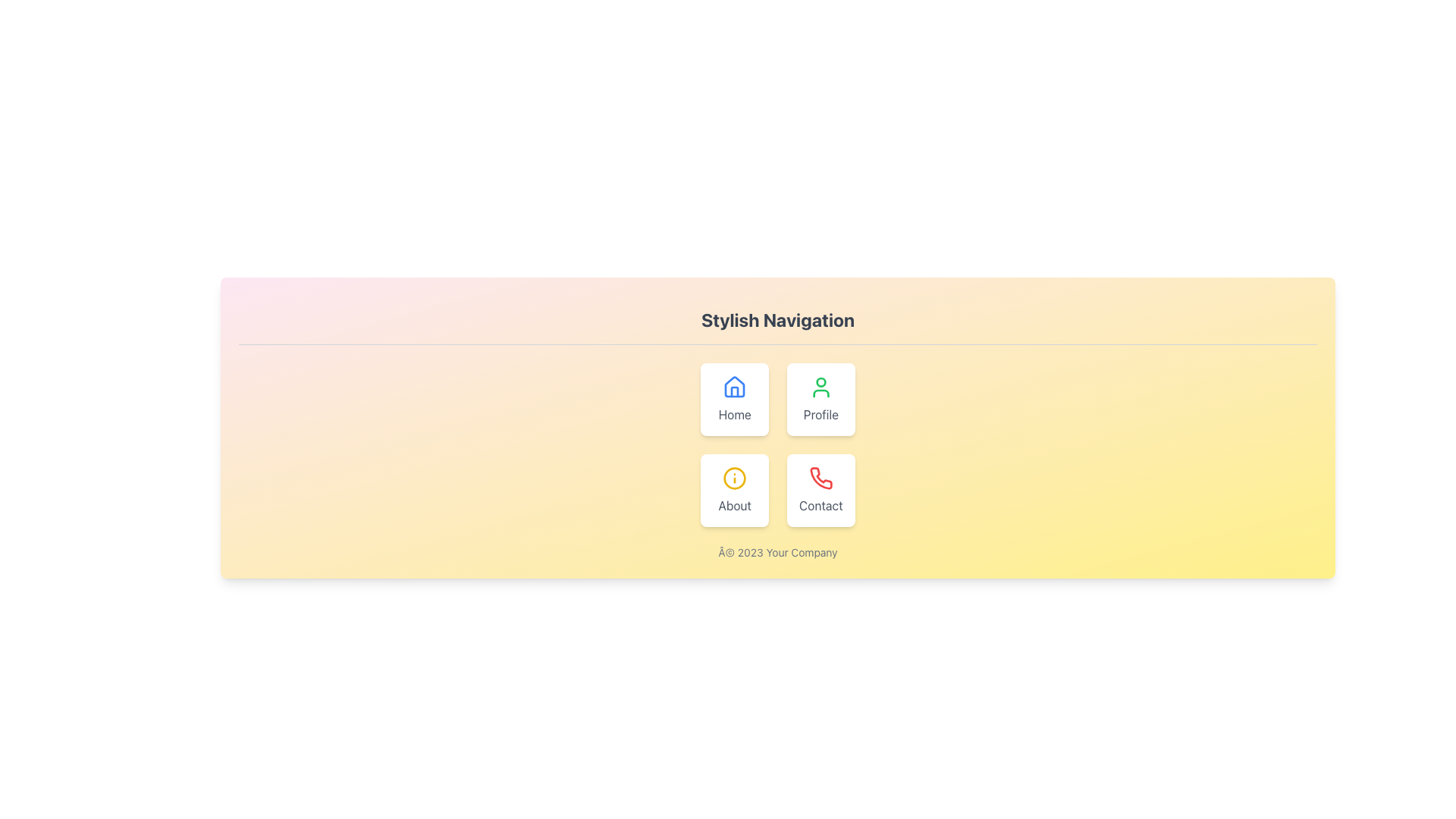 The image size is (1456, 819). What do you see at coordinates (820, 393) in the screenshot?
I see `the lower part of the user profile icon in the 'Profile' navigation item within the 'Stylish Navigation' section, which is styled in green and is a decorative vector graphic element` at bounding box center [820, 393].